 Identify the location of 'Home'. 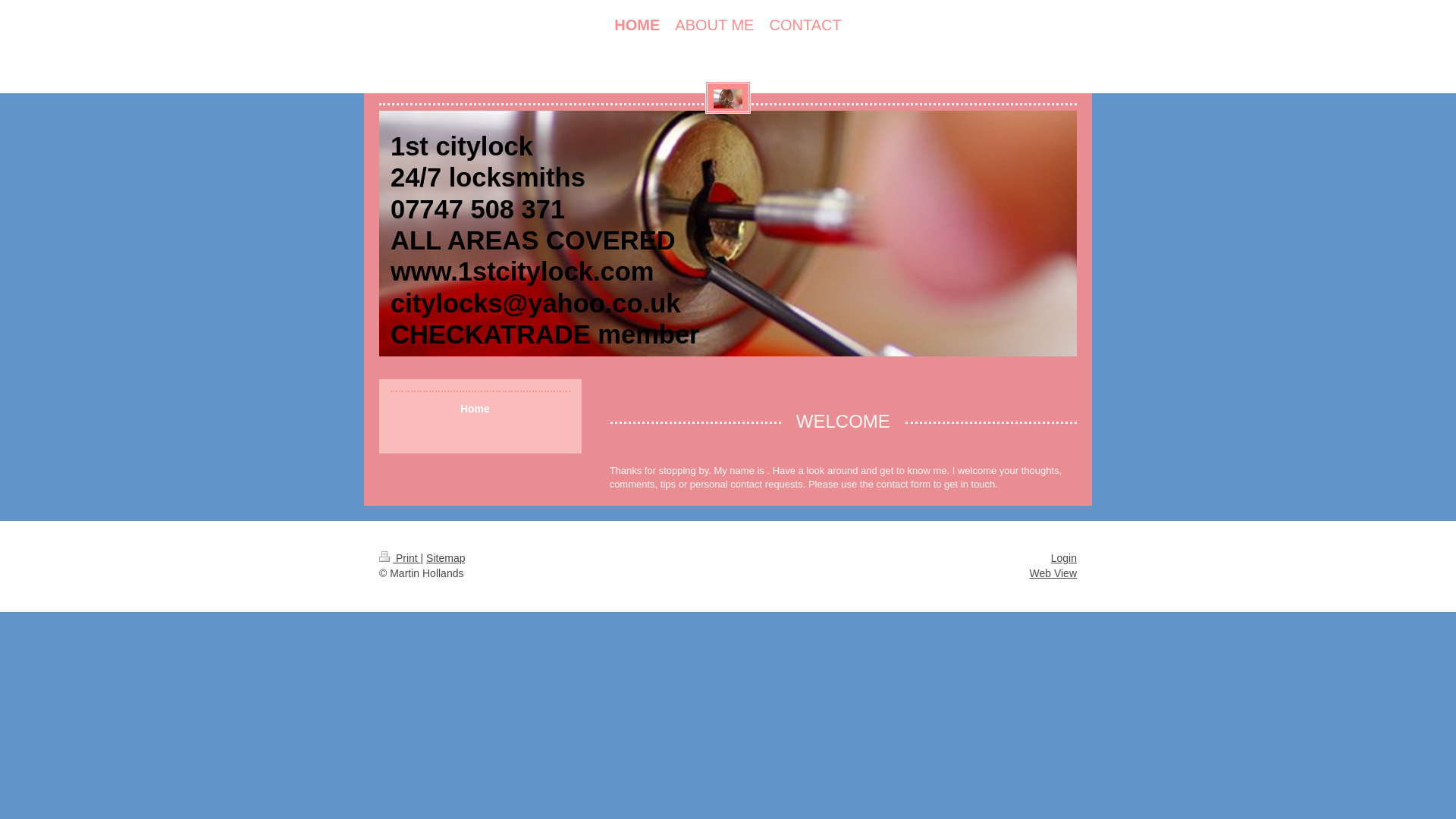
(479, 407).